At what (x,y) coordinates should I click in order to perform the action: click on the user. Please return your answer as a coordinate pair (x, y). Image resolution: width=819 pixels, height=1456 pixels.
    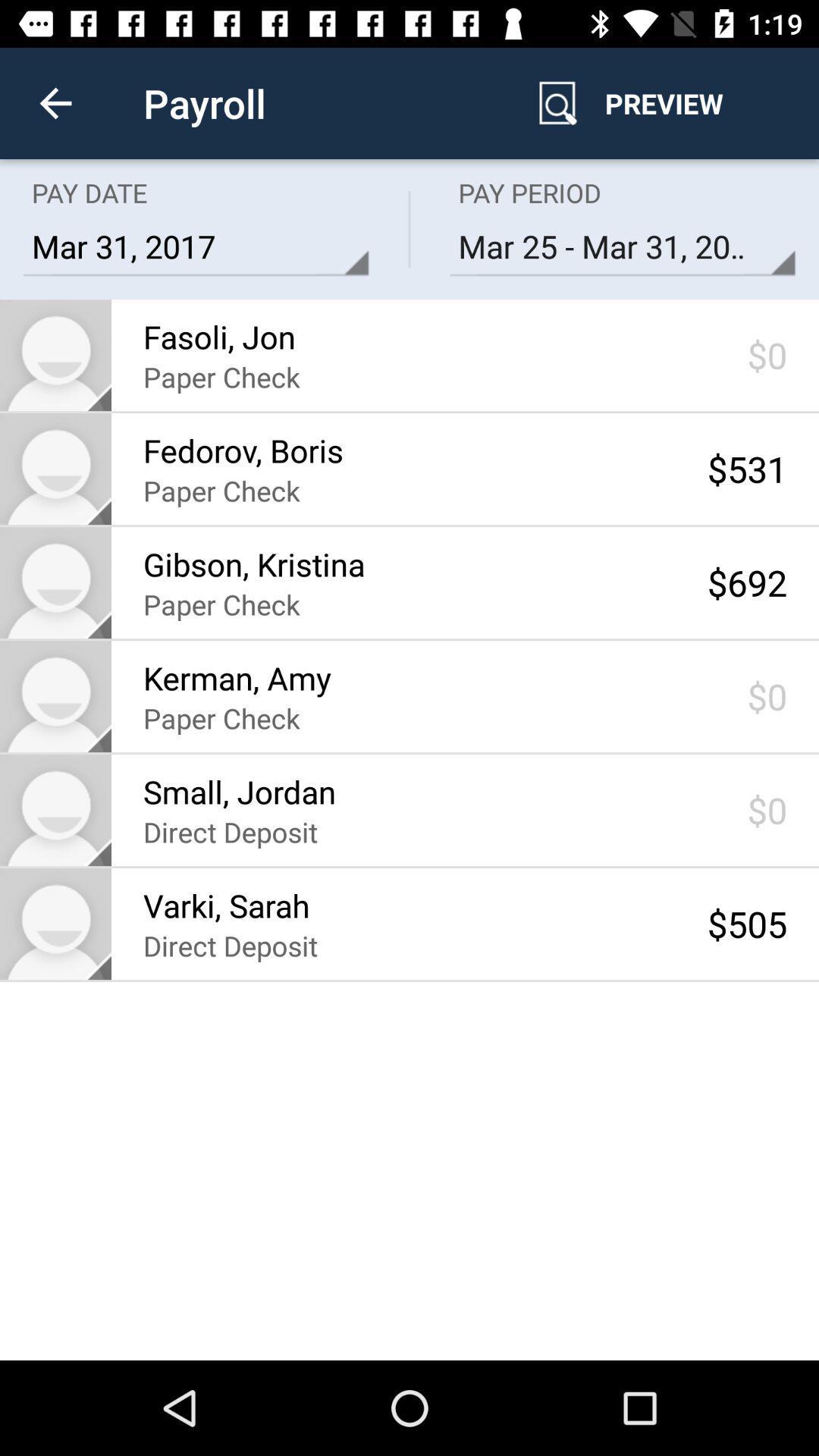
    Looking at the image, I should click on (55, 582).